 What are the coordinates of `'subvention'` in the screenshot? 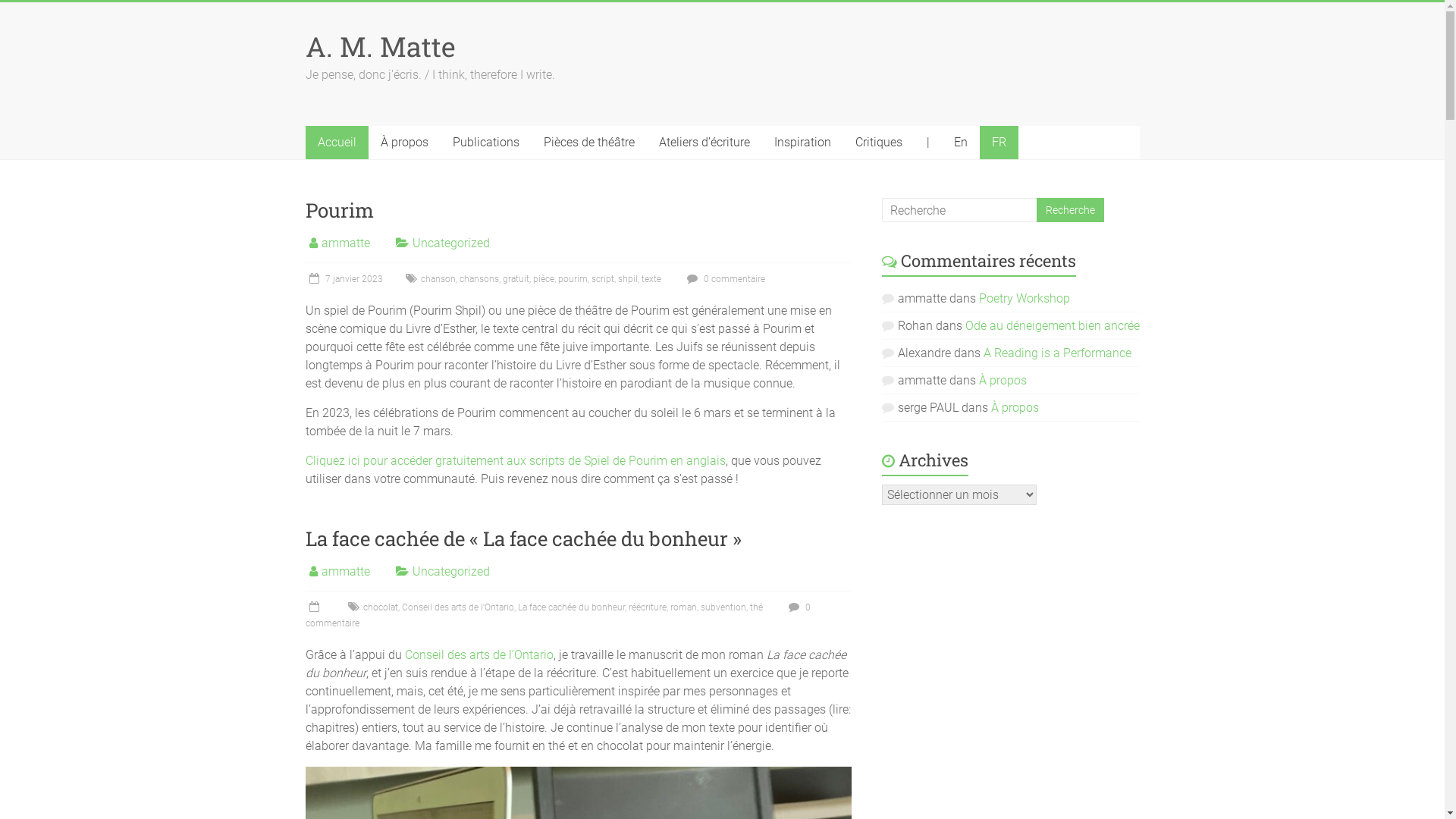 It's located at (700, 607).